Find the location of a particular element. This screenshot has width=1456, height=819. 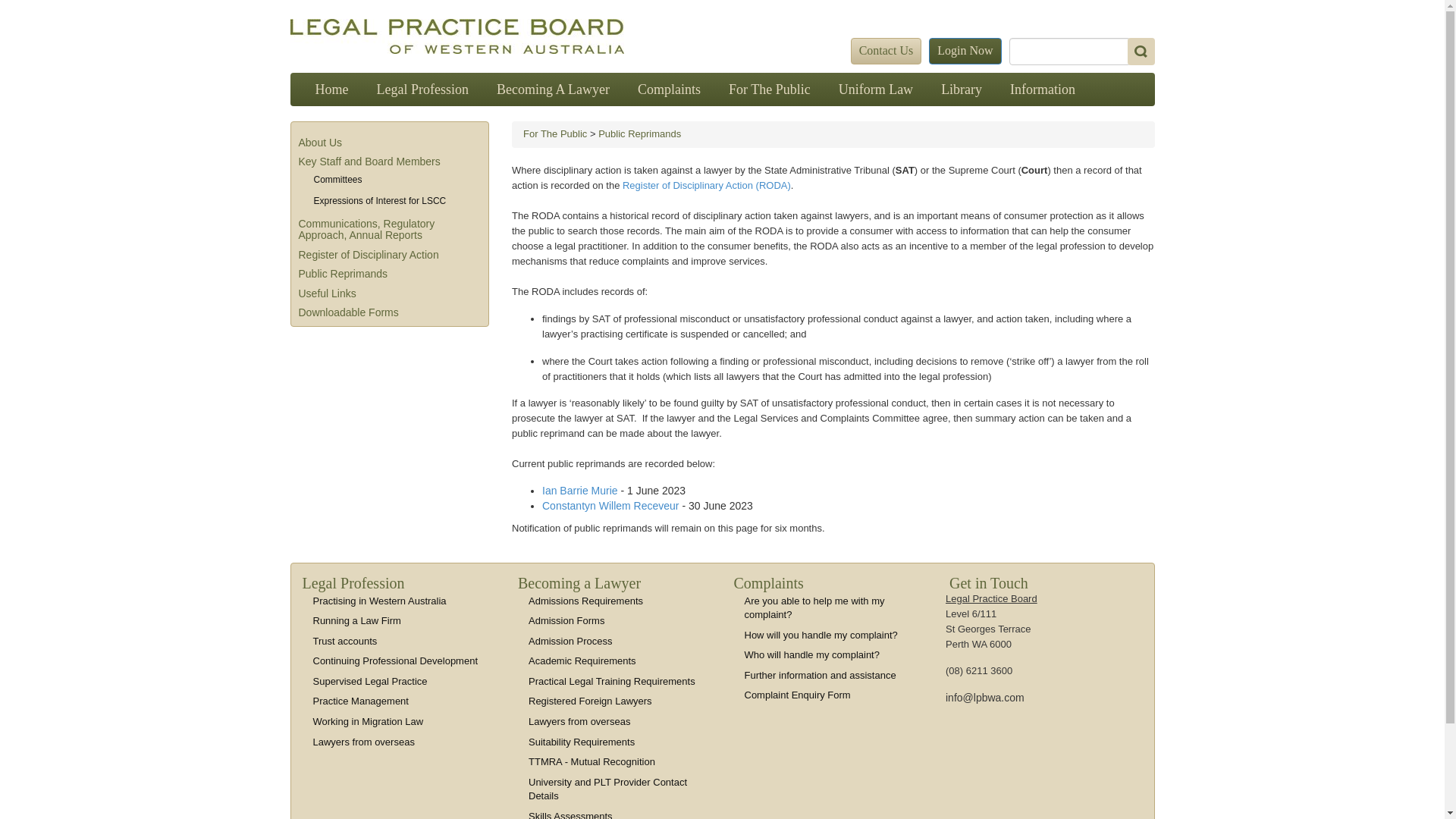

'Trust accounts' is located at coordinates (344, 641).